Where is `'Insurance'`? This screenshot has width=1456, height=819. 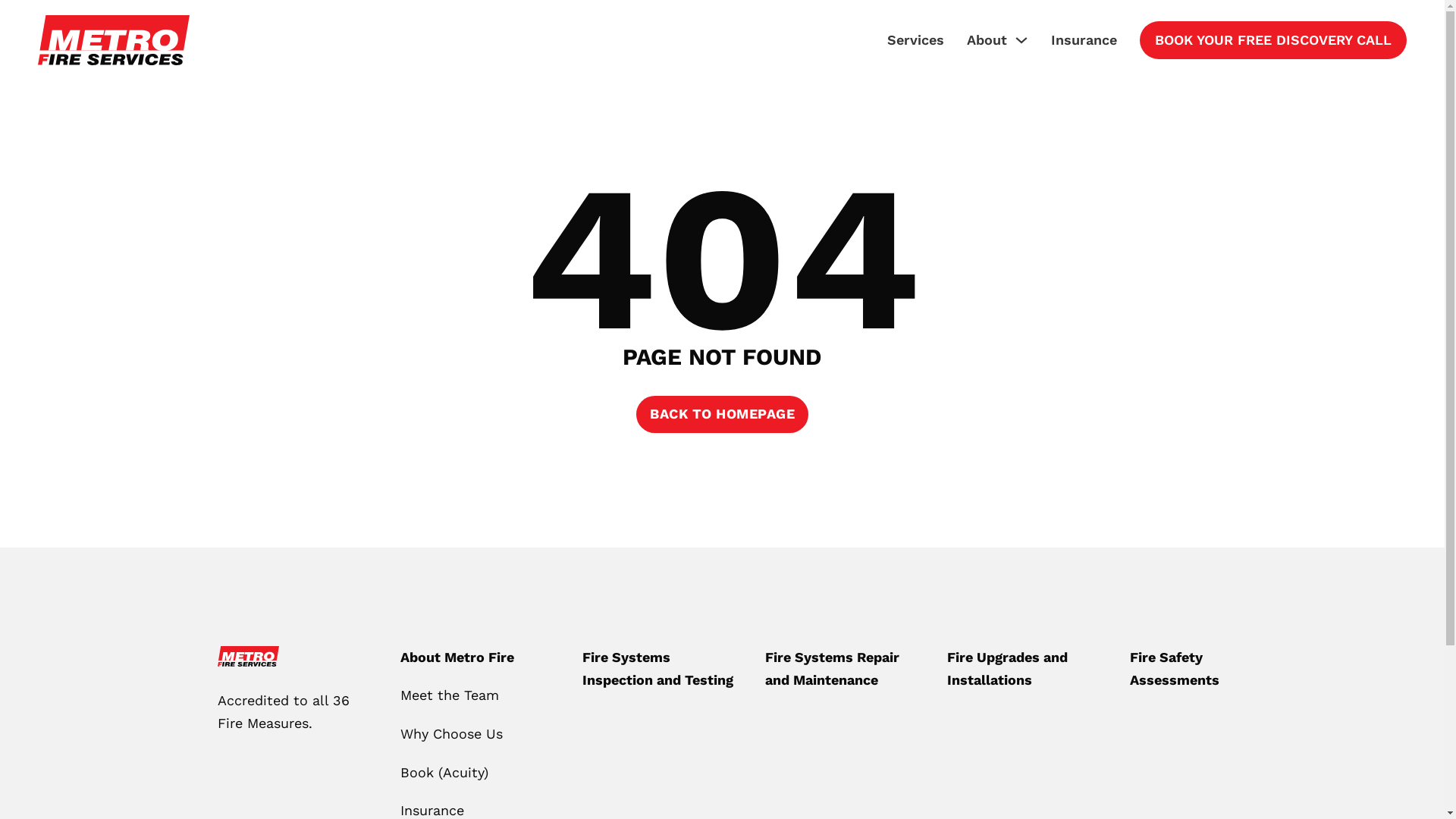 'Insurance' is located at coordinates (1083, 39).